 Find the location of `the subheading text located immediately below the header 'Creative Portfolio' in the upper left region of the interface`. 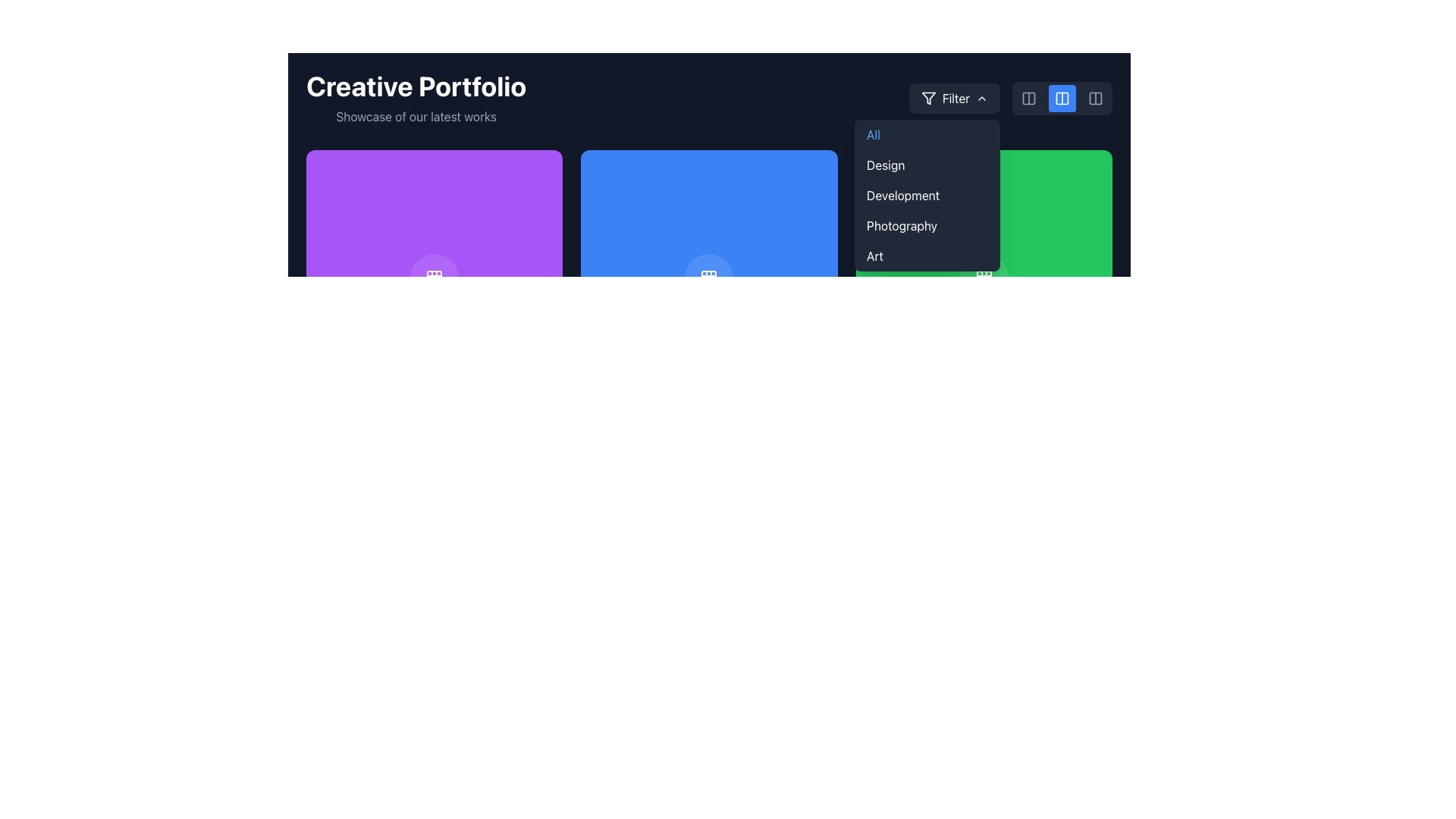

the subheading text located immediately below the header 'Creative Portfolio' in the upper left region of the interface is located at coordinates (416, 116).